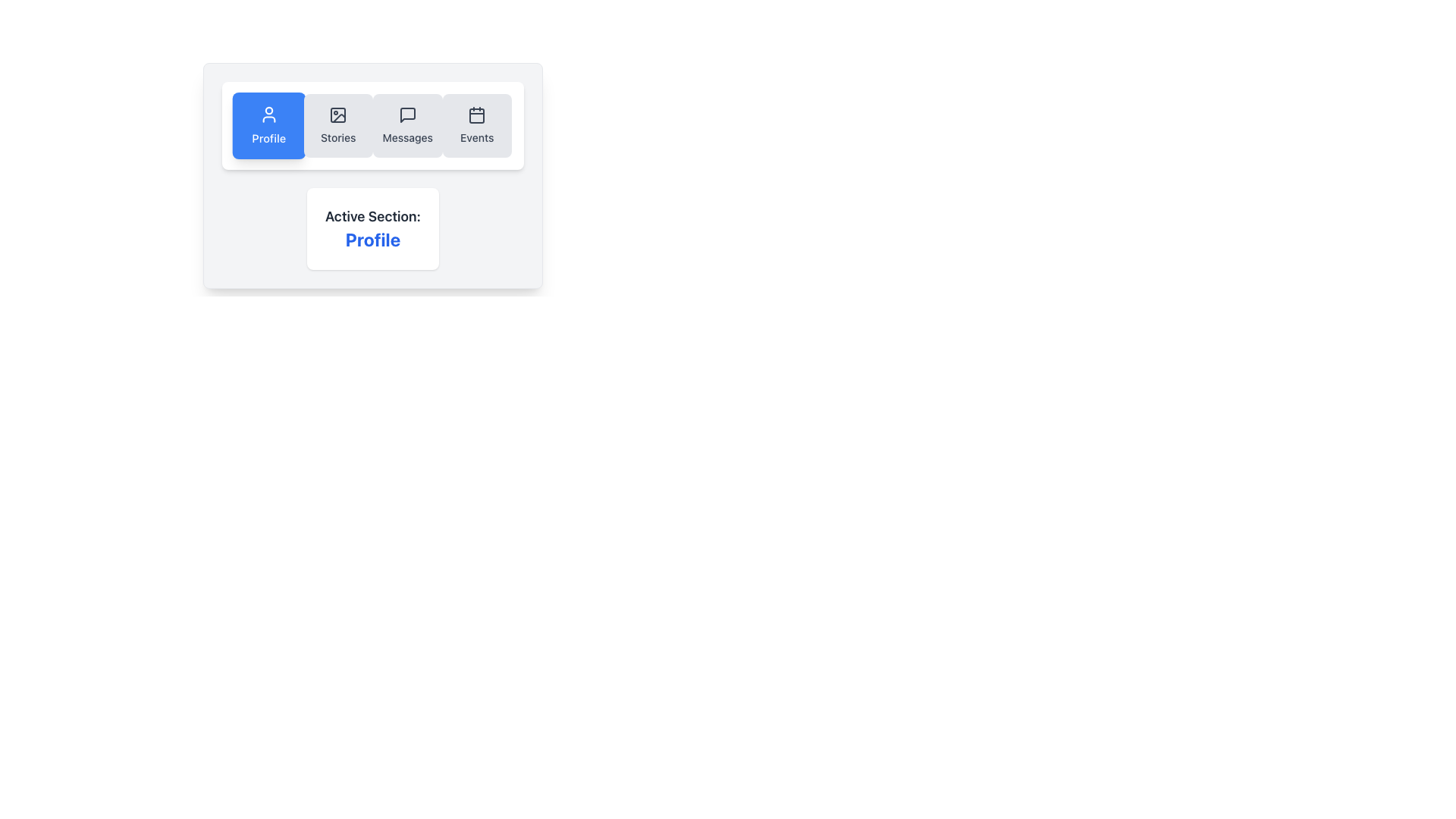 Image resolution: width=1456 pixels, height=819 pixels. I want to click on the 'Events' button located on the far right of the navigation panel, so click(476, 124).